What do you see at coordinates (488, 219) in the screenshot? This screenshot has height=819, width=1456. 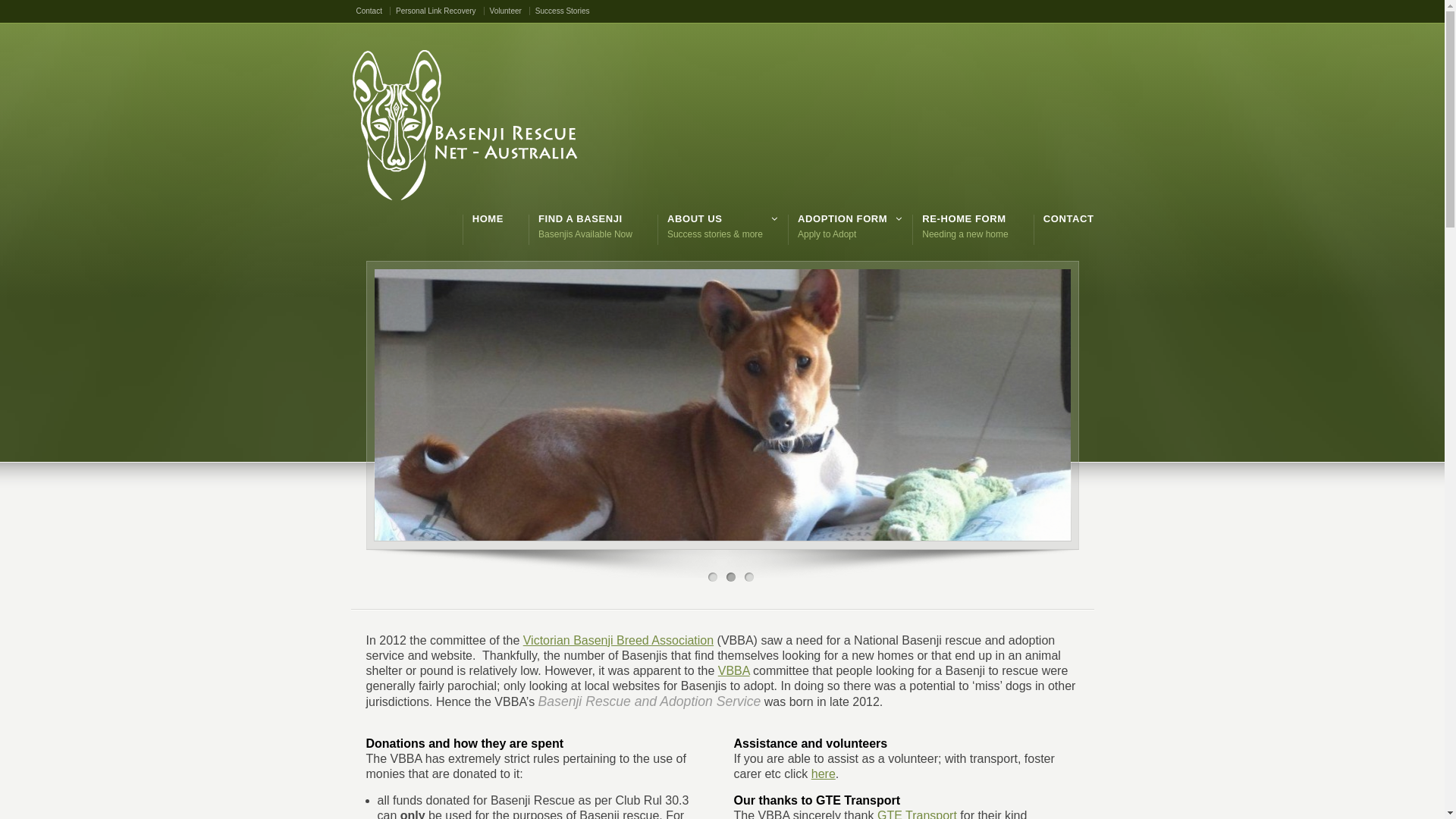 I see `'HOME'` at bounding box center [488, 219].